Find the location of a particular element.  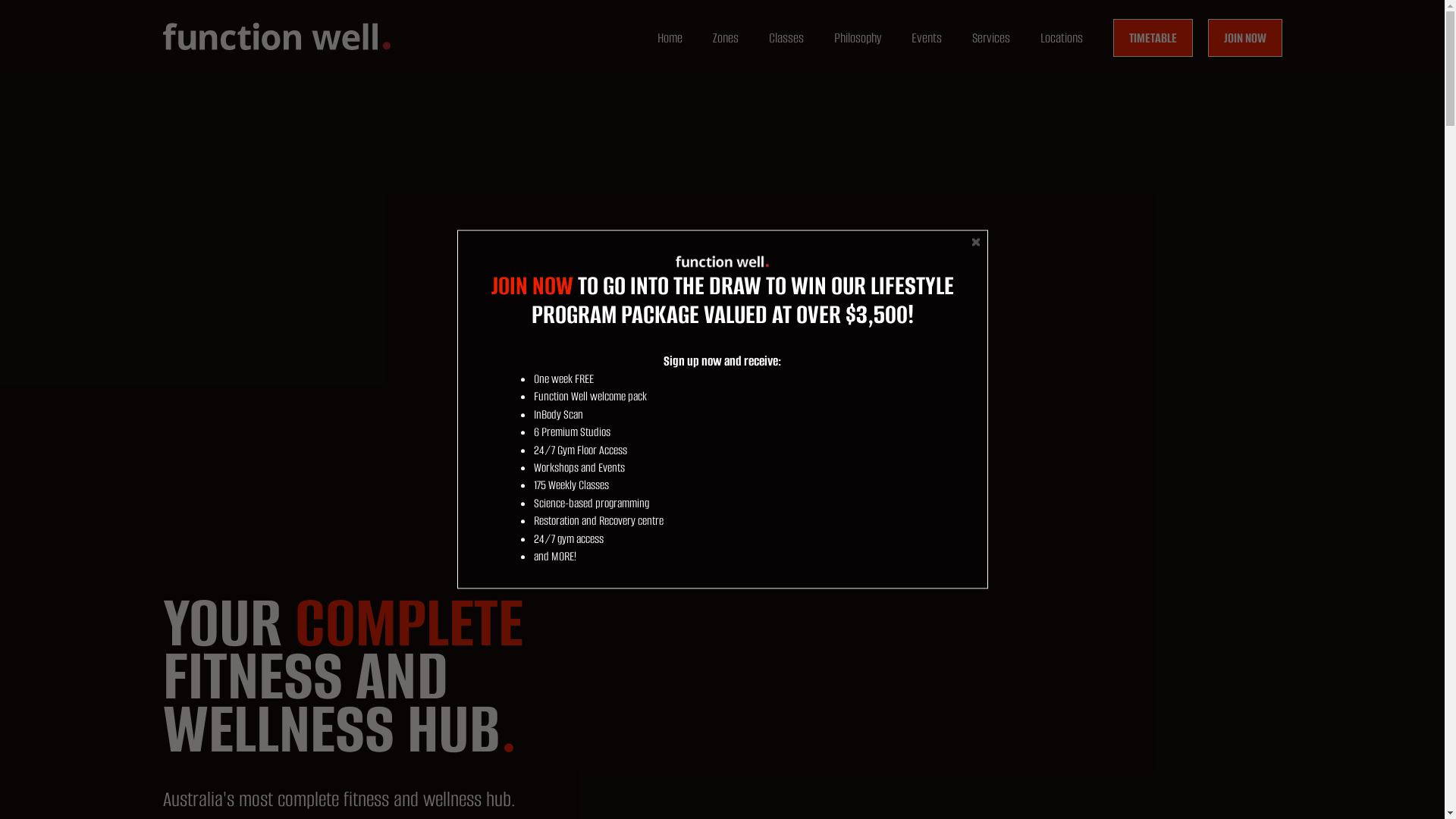

'Services' is located at coordinates (990, 37).